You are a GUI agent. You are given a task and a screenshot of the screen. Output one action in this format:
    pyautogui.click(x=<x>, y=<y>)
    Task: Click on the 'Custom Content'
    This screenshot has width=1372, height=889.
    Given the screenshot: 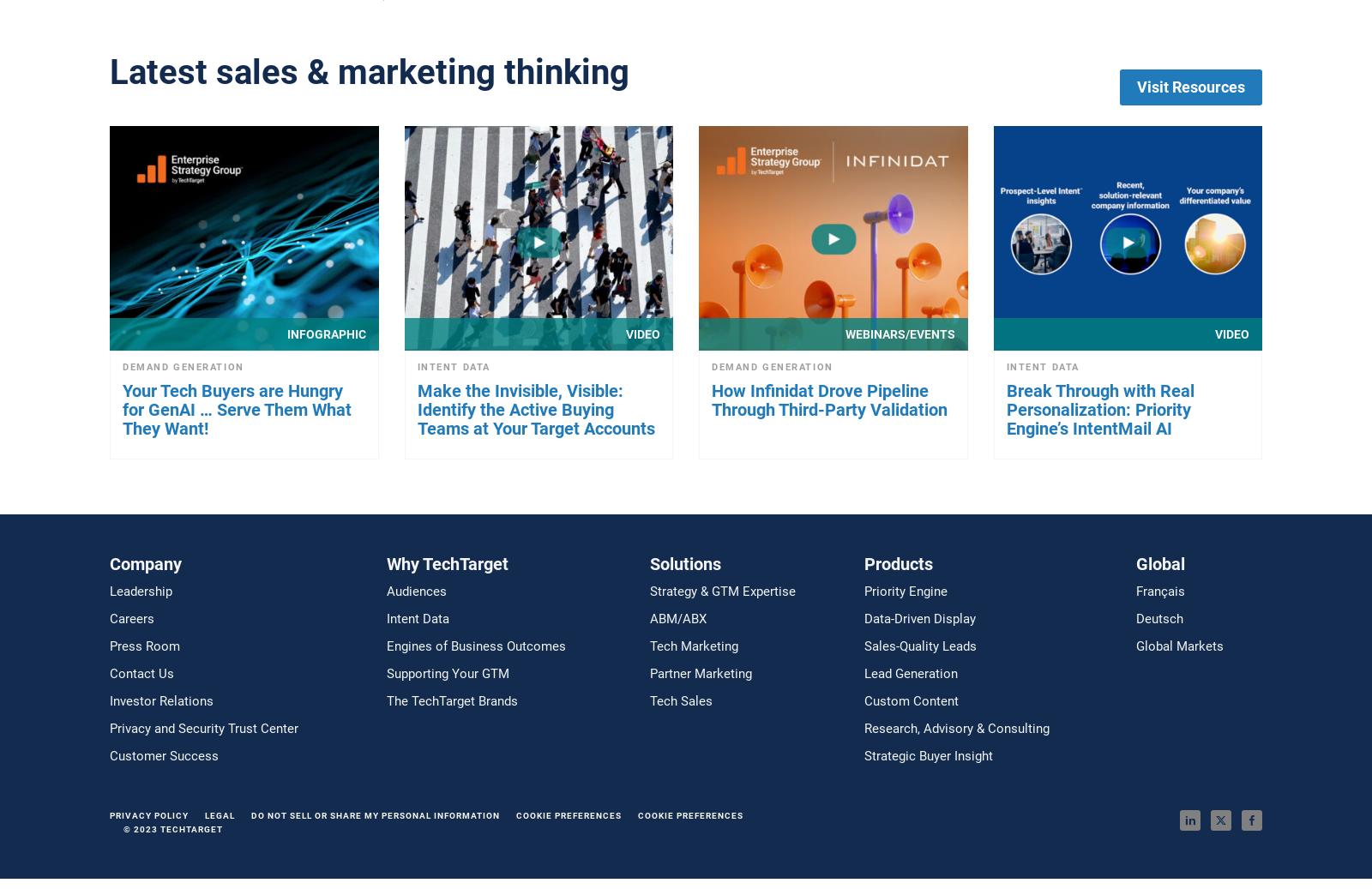 What is the action you would take?
    pyautogui.click(x=911, y=700)
    